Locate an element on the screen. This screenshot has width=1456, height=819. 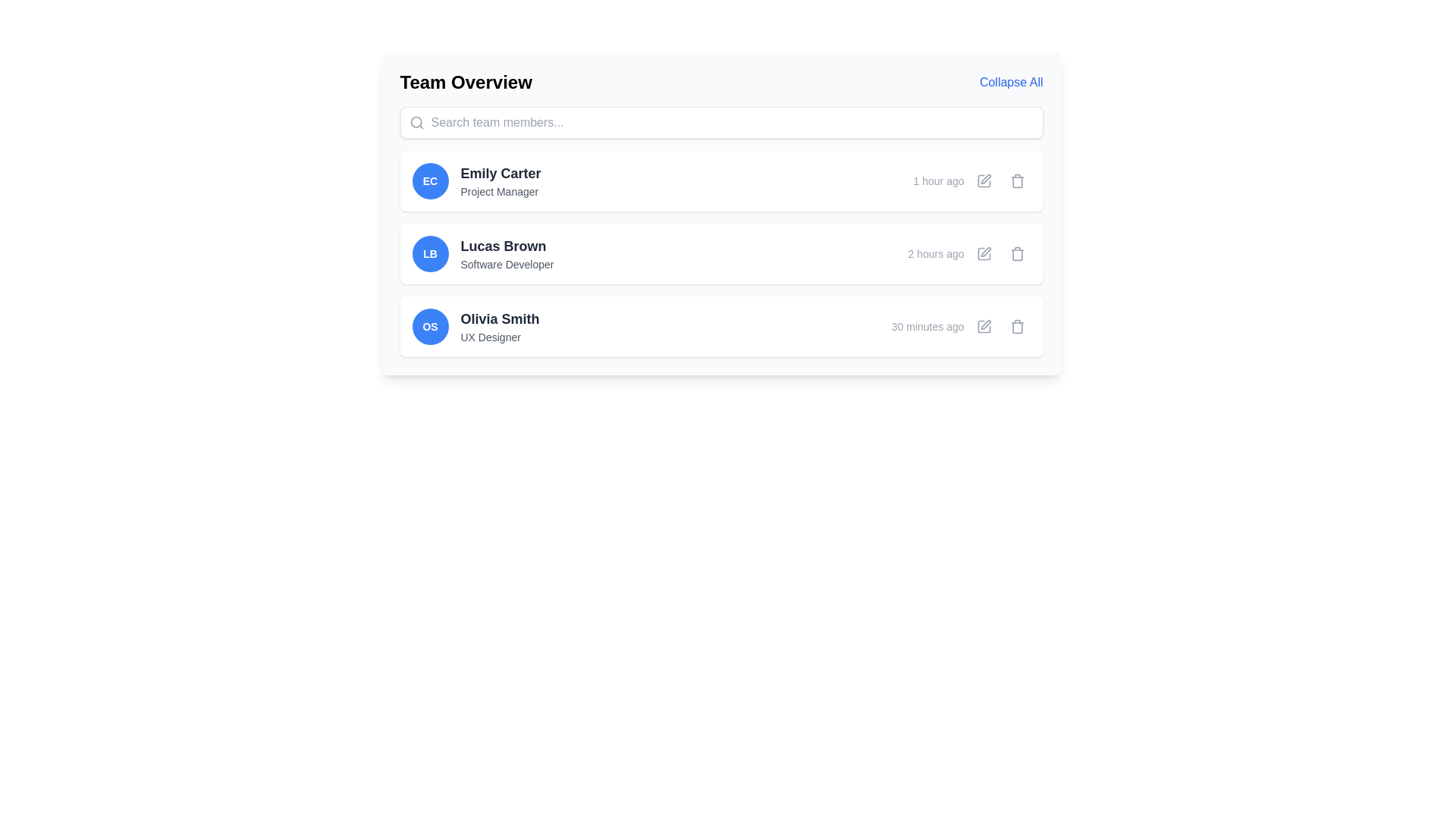
the static text label that indicates the job title of Emily Carter, which is positioned below her name in the second row of team members is located at coordinates (500, 191).